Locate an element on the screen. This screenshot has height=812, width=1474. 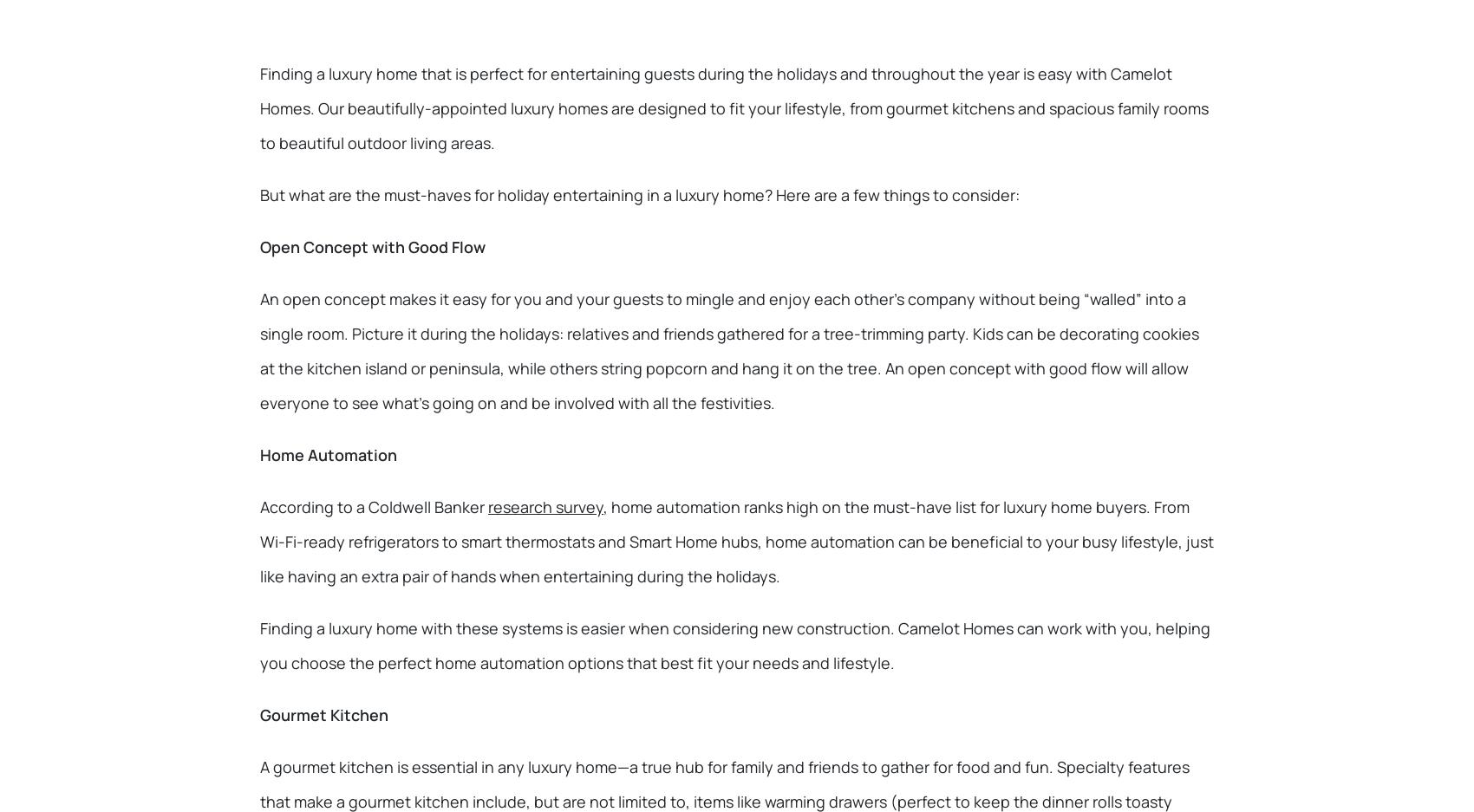
'Home Automation' is located at coordinates (327, 454).